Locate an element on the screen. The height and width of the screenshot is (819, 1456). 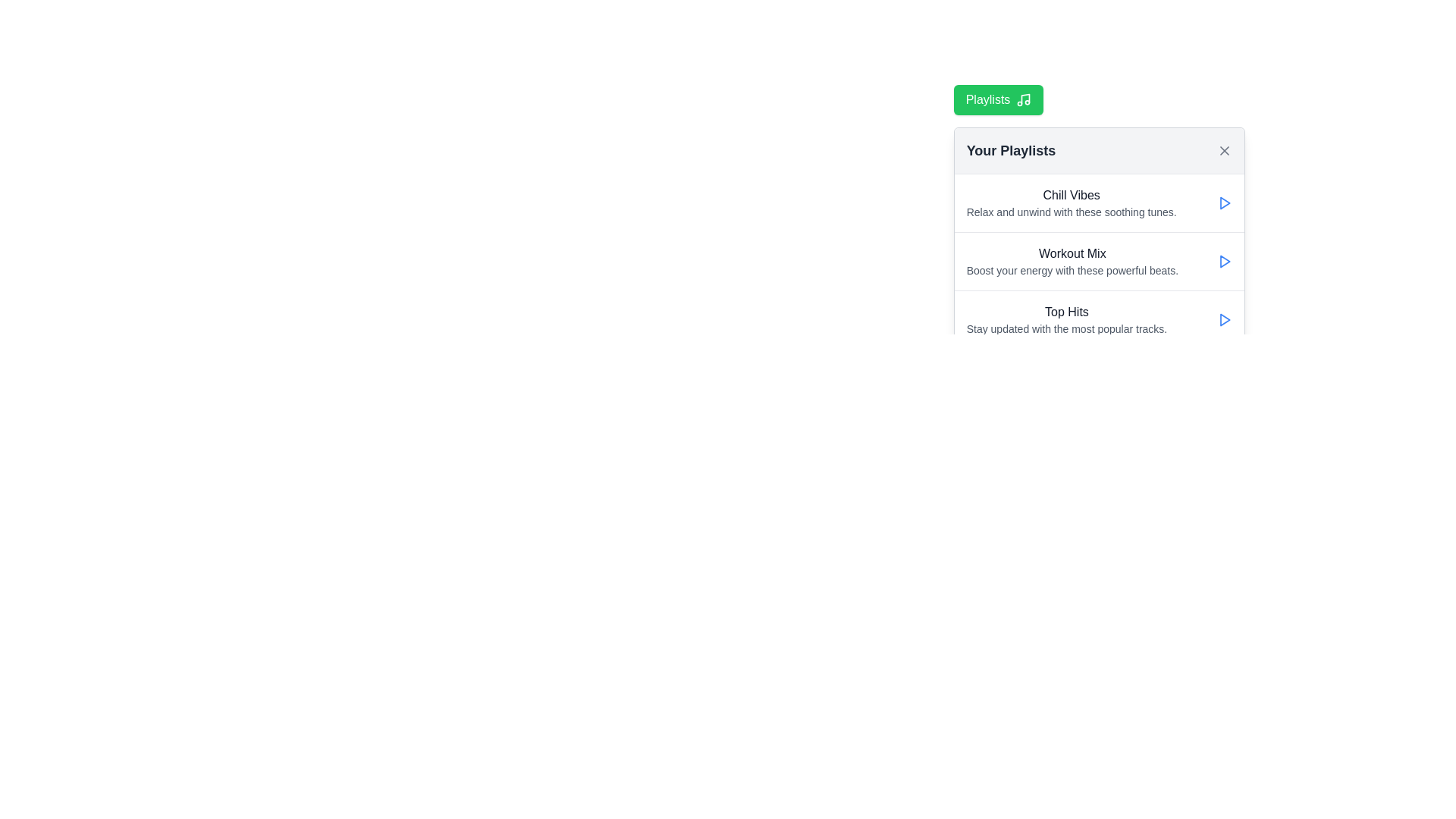
the text label that reads 'Stay updated with the most popular tracks.' positioned beneath the 'Top Hits' heading is located at coordinates (1065, 328).